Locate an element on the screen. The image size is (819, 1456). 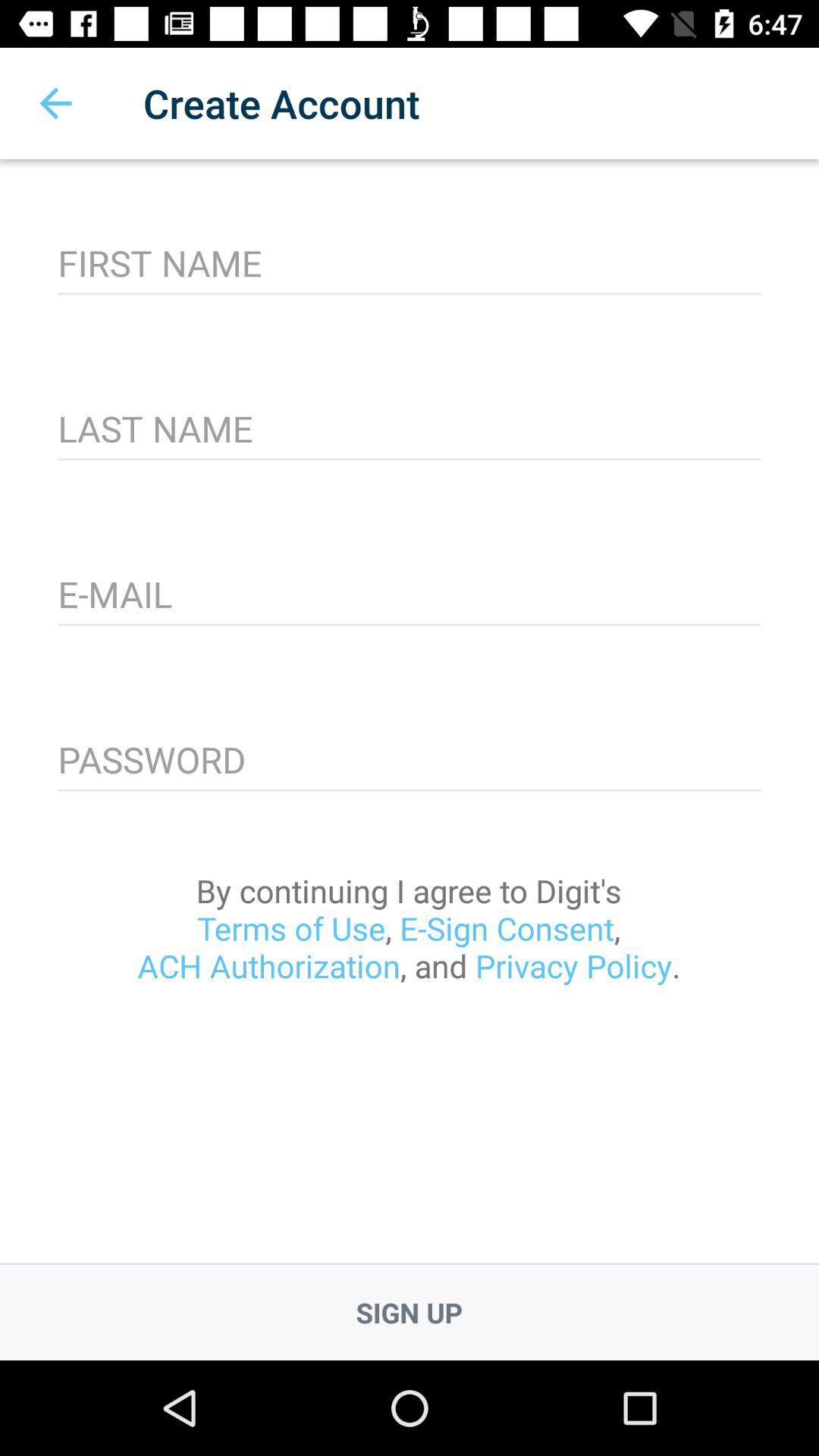
the item to the left of create account icon is located at coordinates (55, 102).